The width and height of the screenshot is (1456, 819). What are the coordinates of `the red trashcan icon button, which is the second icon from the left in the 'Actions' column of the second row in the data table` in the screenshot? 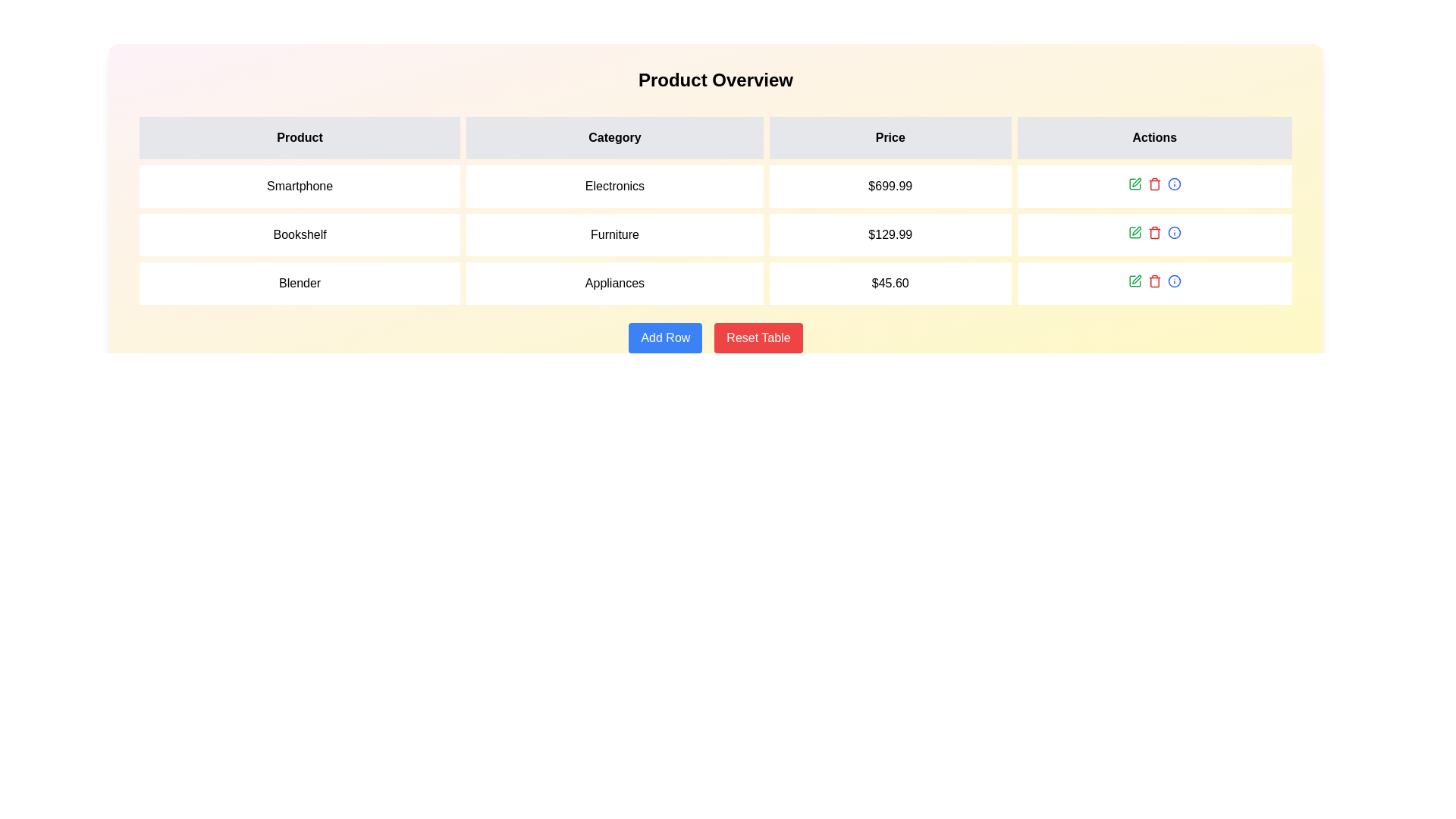 It's located at (1153, 233).